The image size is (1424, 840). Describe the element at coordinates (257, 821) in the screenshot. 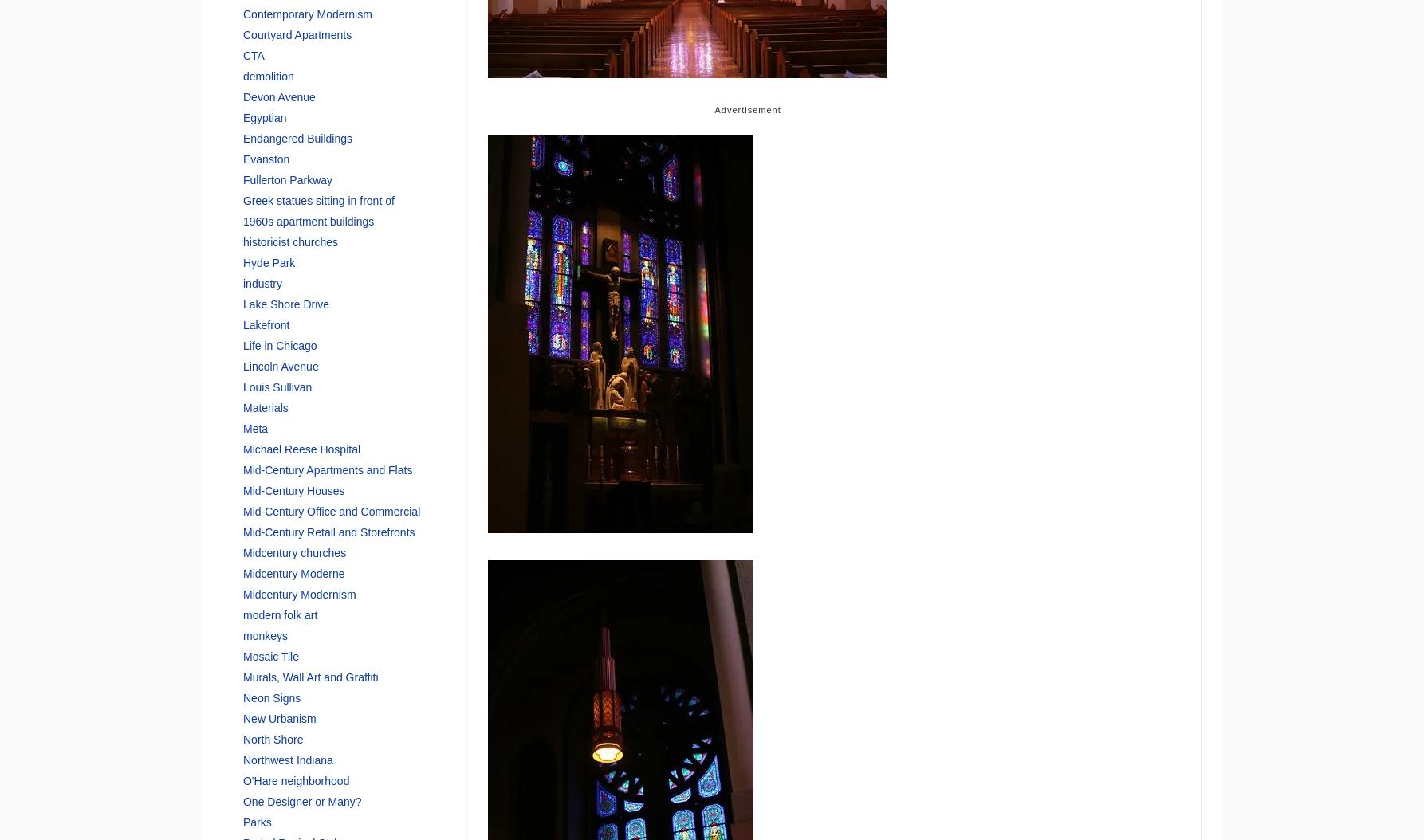

I see `'Parks'` at that location.